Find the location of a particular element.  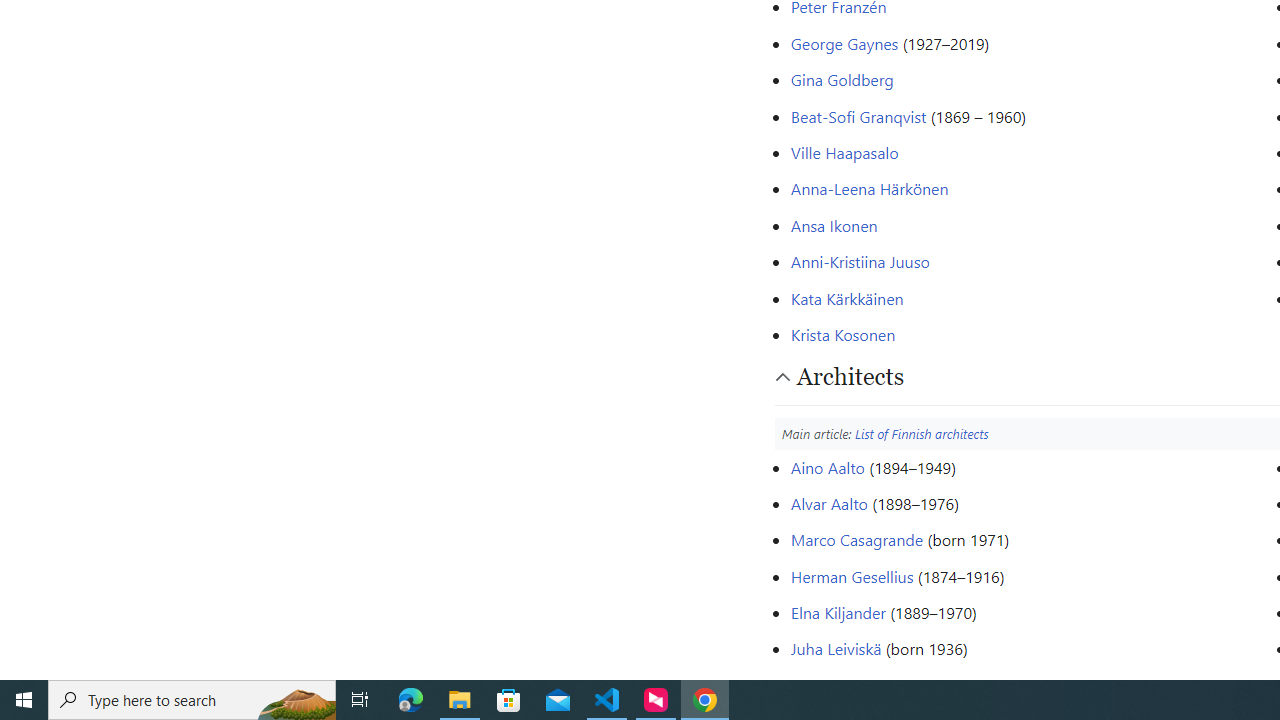

'Alvar Aalto' is located at coordinates (828, 501).